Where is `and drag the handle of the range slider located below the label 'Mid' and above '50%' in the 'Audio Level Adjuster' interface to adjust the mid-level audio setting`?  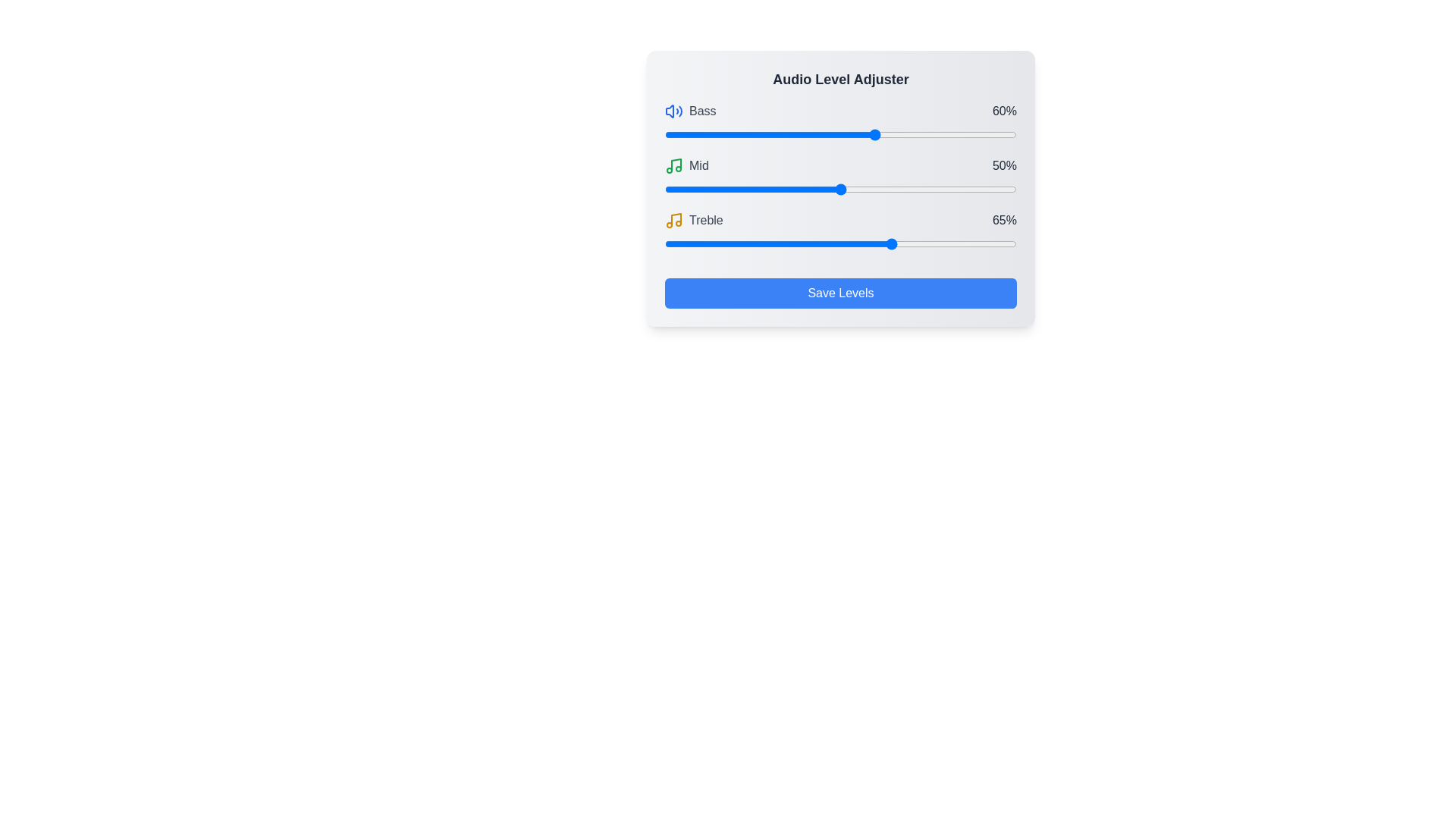 and drag the handle of the range slider located below the label 'Mid' and above '50%' in the 'Audio Level Adjuster' interface to adjust the mid-level audio setting is located at coordinates (839, 189).